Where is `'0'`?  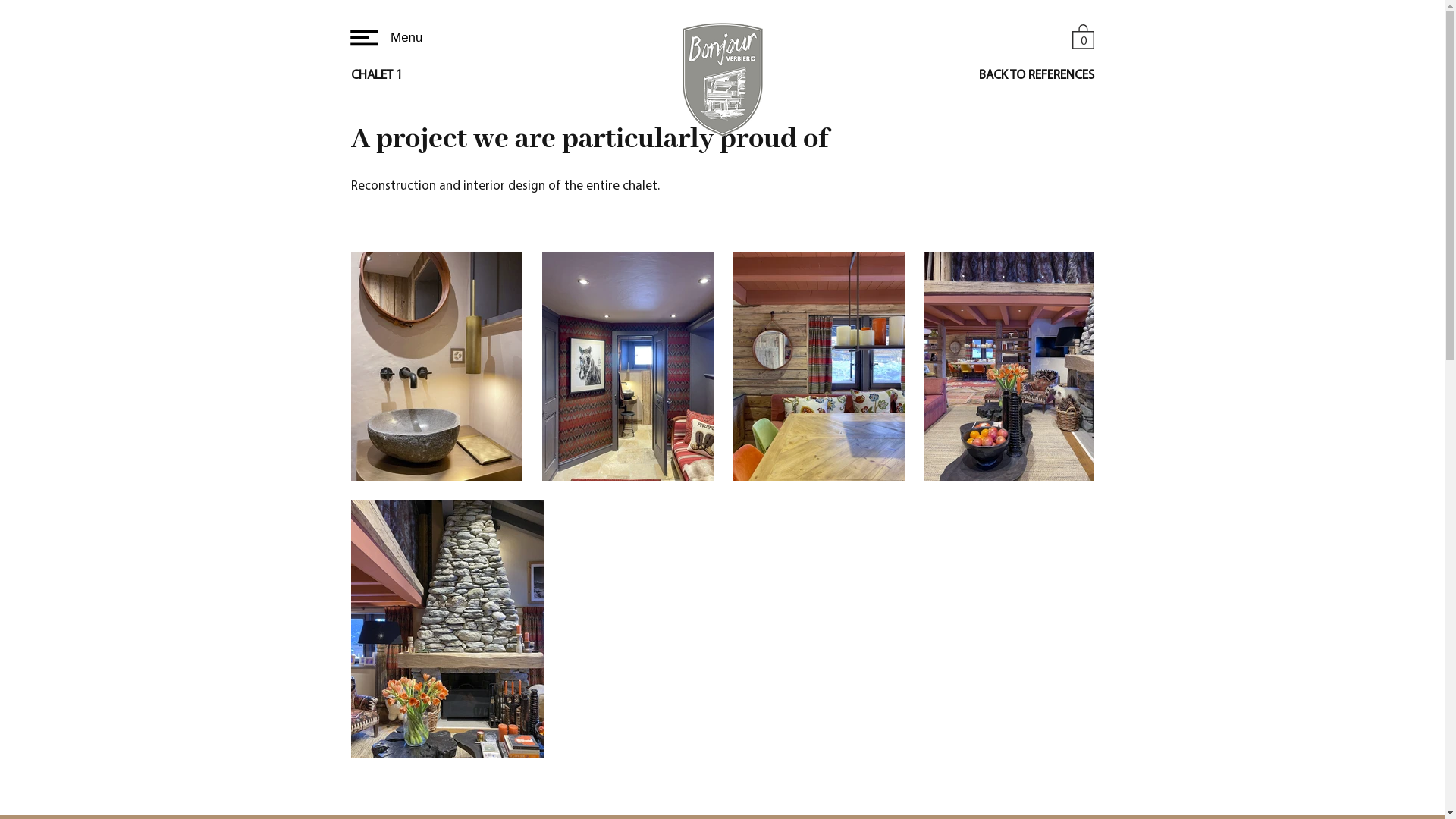
'0' is located at coordinates (1082, 35).